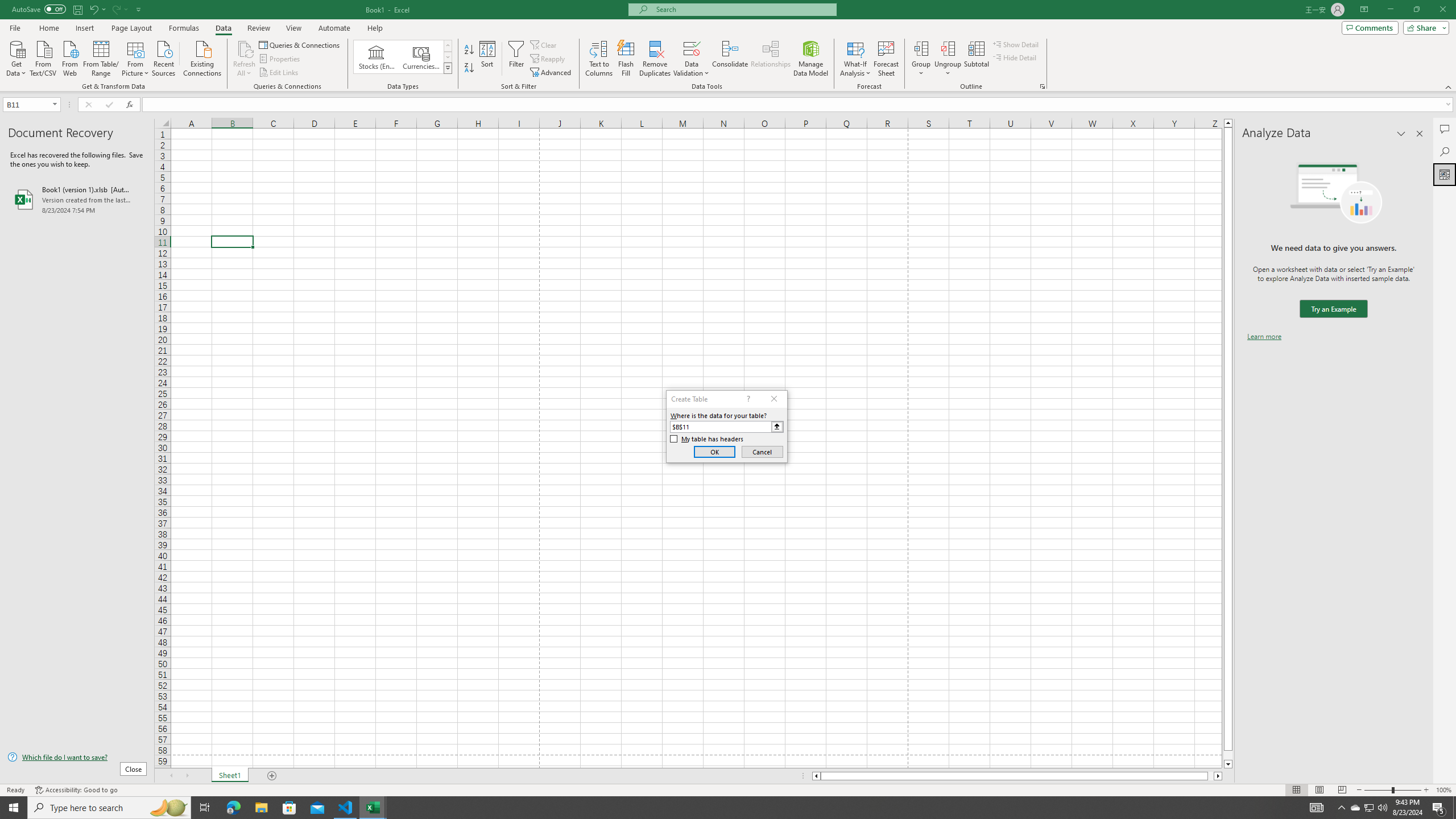 The image size is (1456, 819). Describe the element at coordinates (598, 59) in the screenshot. I see `'Text to Columns...'` at that location.